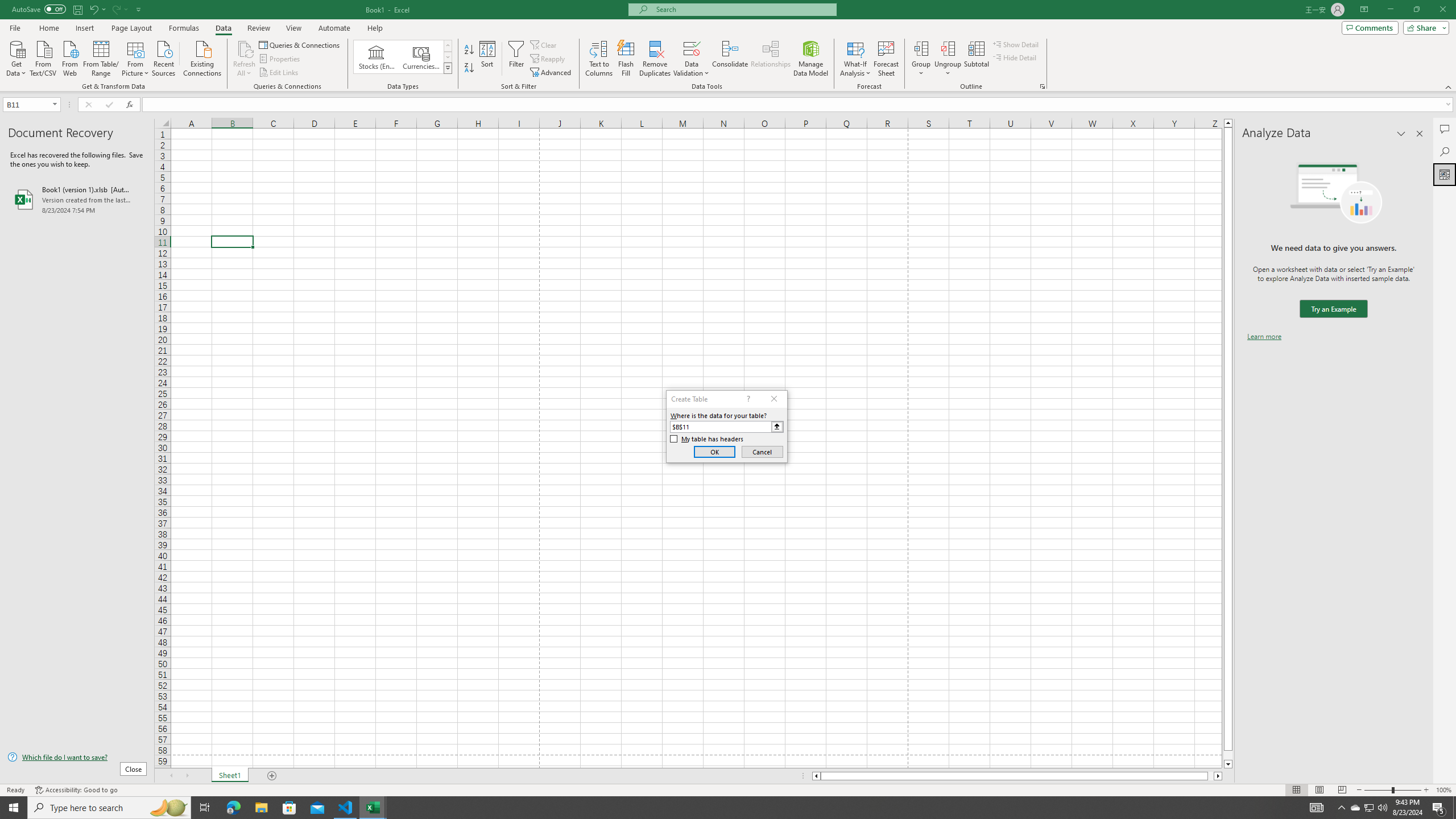 The image size is (1456, 819). Describe the element at coordinates (598, 59) in the screenshot. I see `'Text to Columns...'` at that location.